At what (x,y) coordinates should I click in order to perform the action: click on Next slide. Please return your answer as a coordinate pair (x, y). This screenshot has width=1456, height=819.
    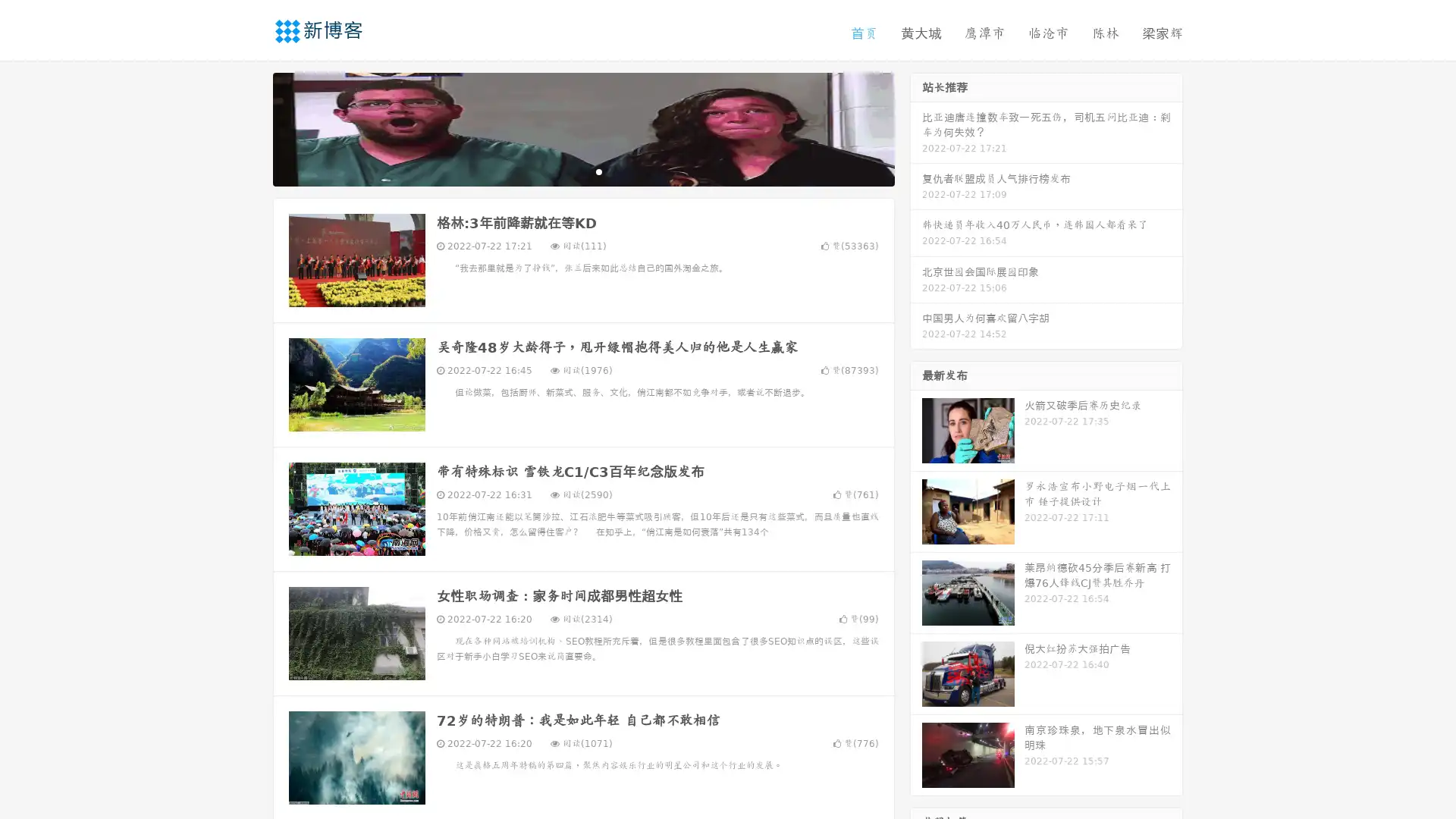
    Looking at the image, I should click on (916, 127).